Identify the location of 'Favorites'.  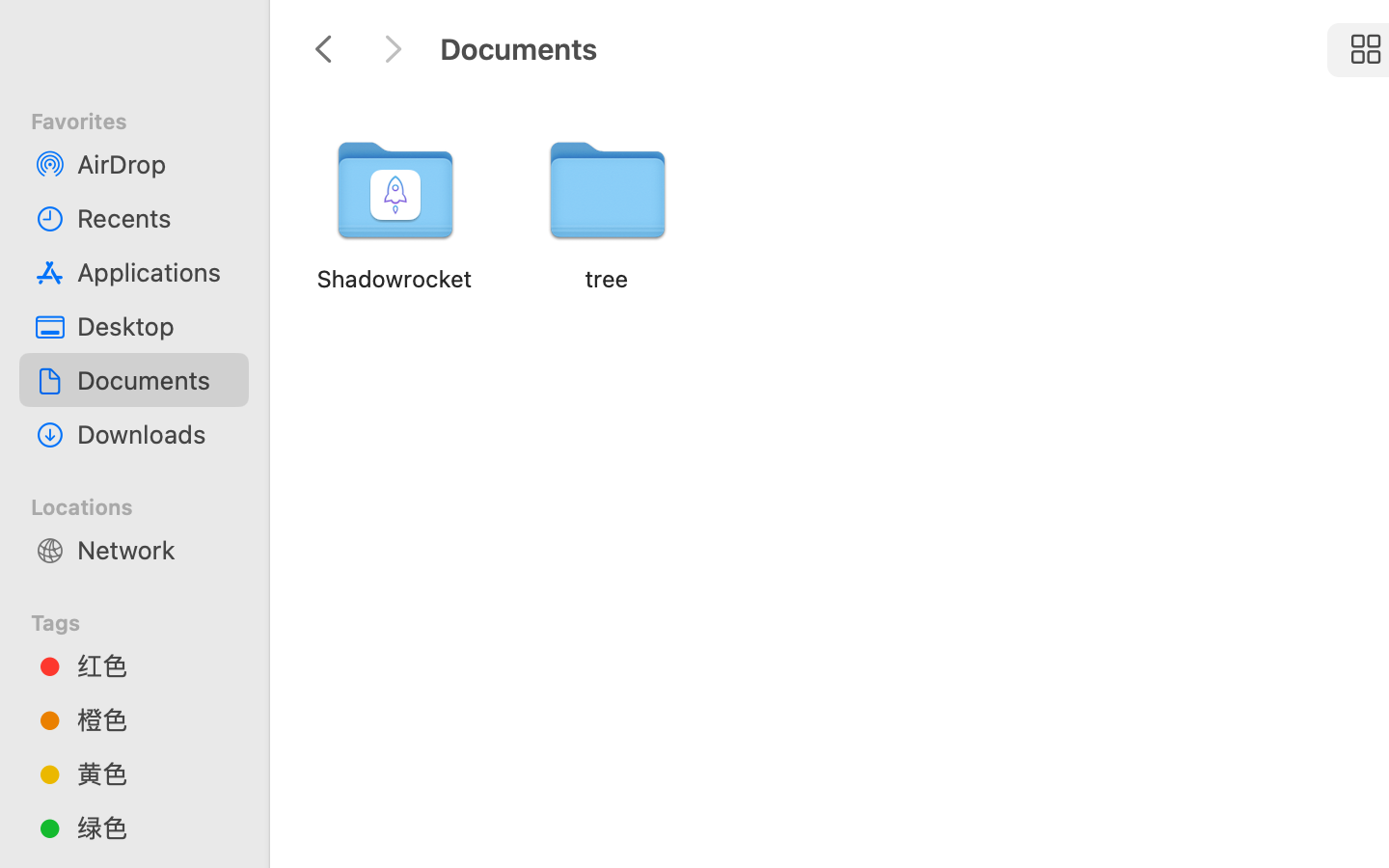
(145, 119).